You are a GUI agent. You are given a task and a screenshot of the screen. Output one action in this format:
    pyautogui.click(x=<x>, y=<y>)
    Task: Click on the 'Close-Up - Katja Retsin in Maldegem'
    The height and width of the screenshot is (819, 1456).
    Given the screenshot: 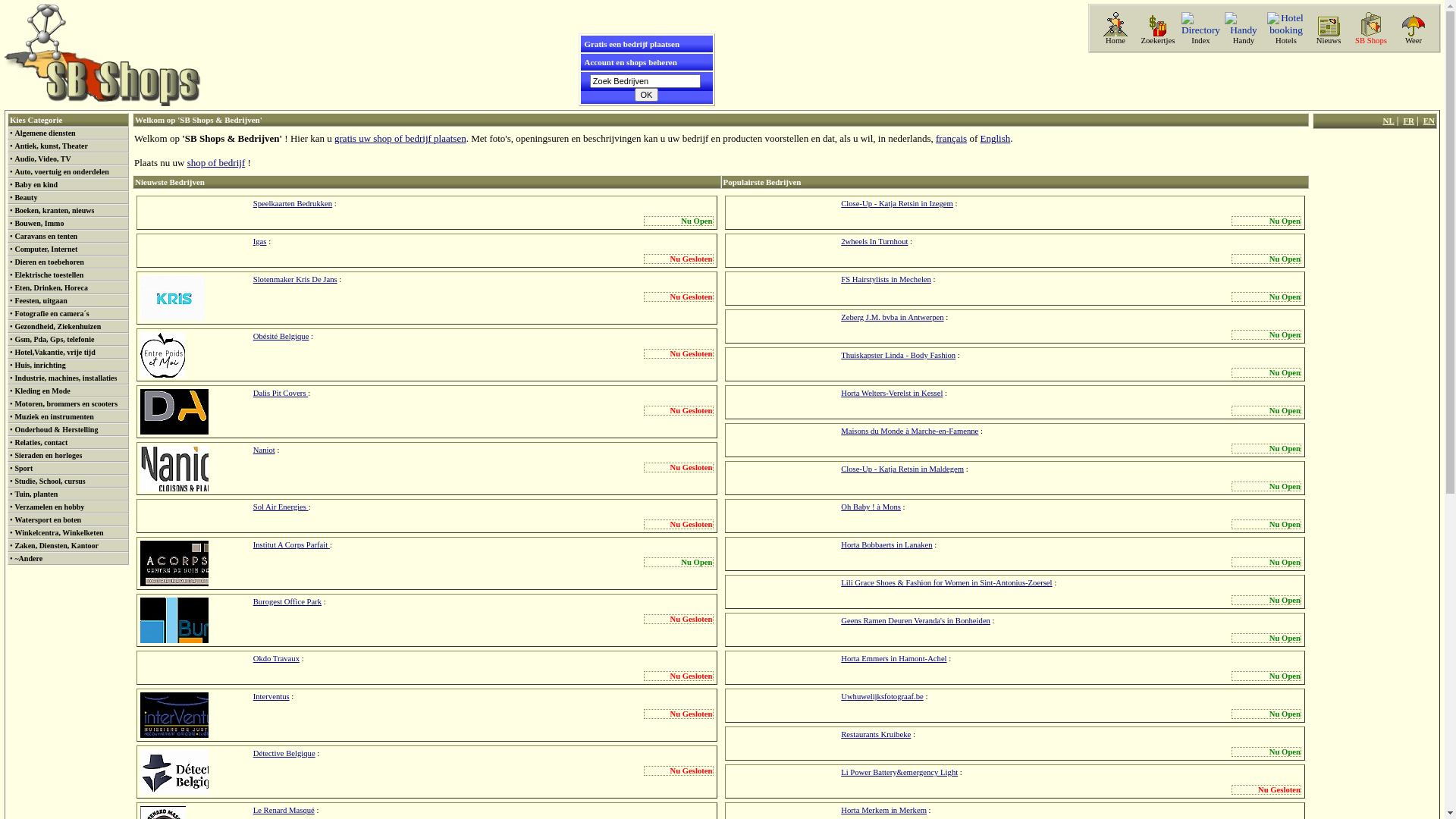 What is the action you would take?
    pyautogui.click(x=902, y=468)
    